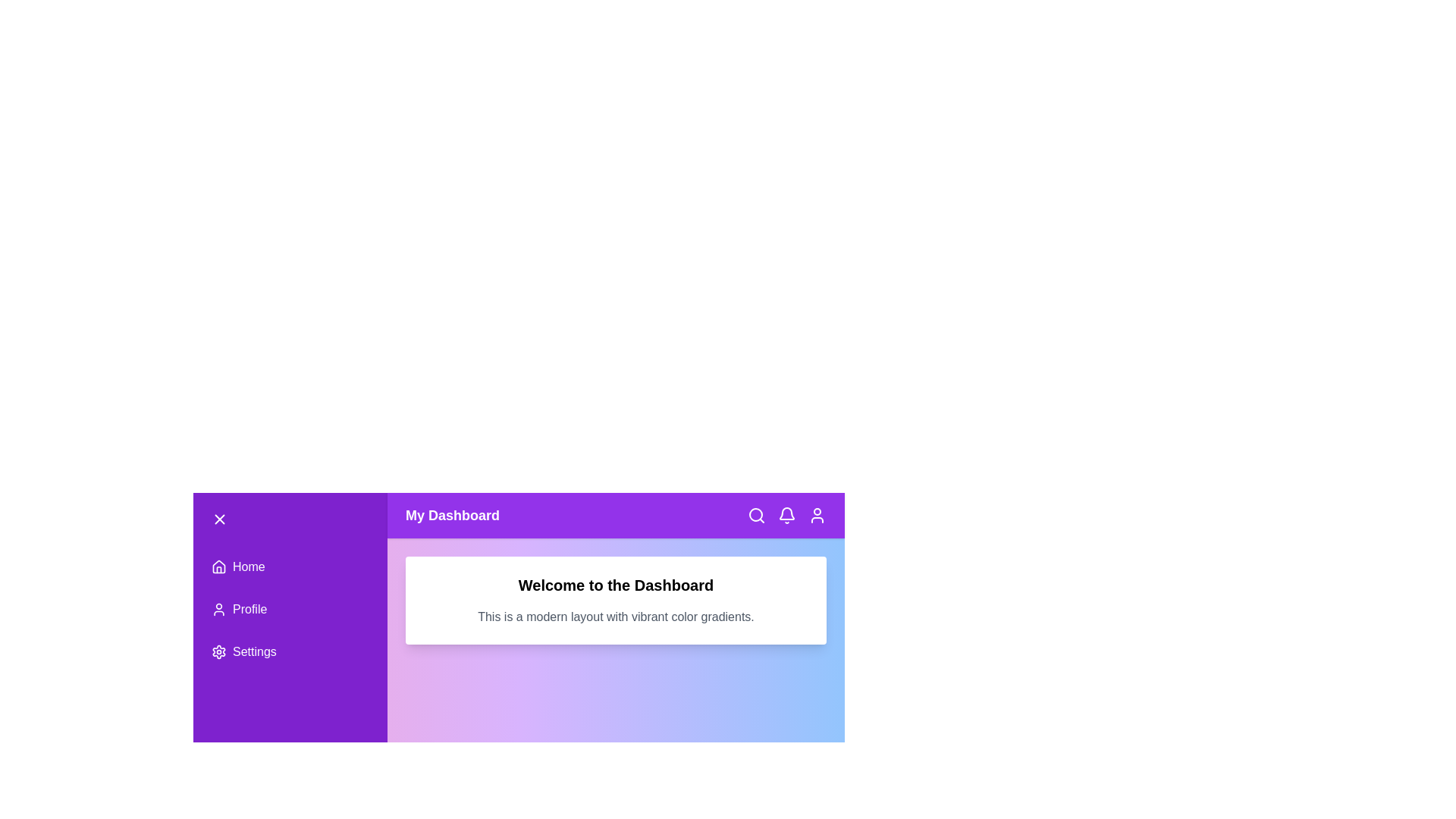 This screenshot has height=819, width=1456. What do you see at coordinates (290, 567) in the screenshot?
I see `the 'Home' menu item` at bounding box center [290, 567].